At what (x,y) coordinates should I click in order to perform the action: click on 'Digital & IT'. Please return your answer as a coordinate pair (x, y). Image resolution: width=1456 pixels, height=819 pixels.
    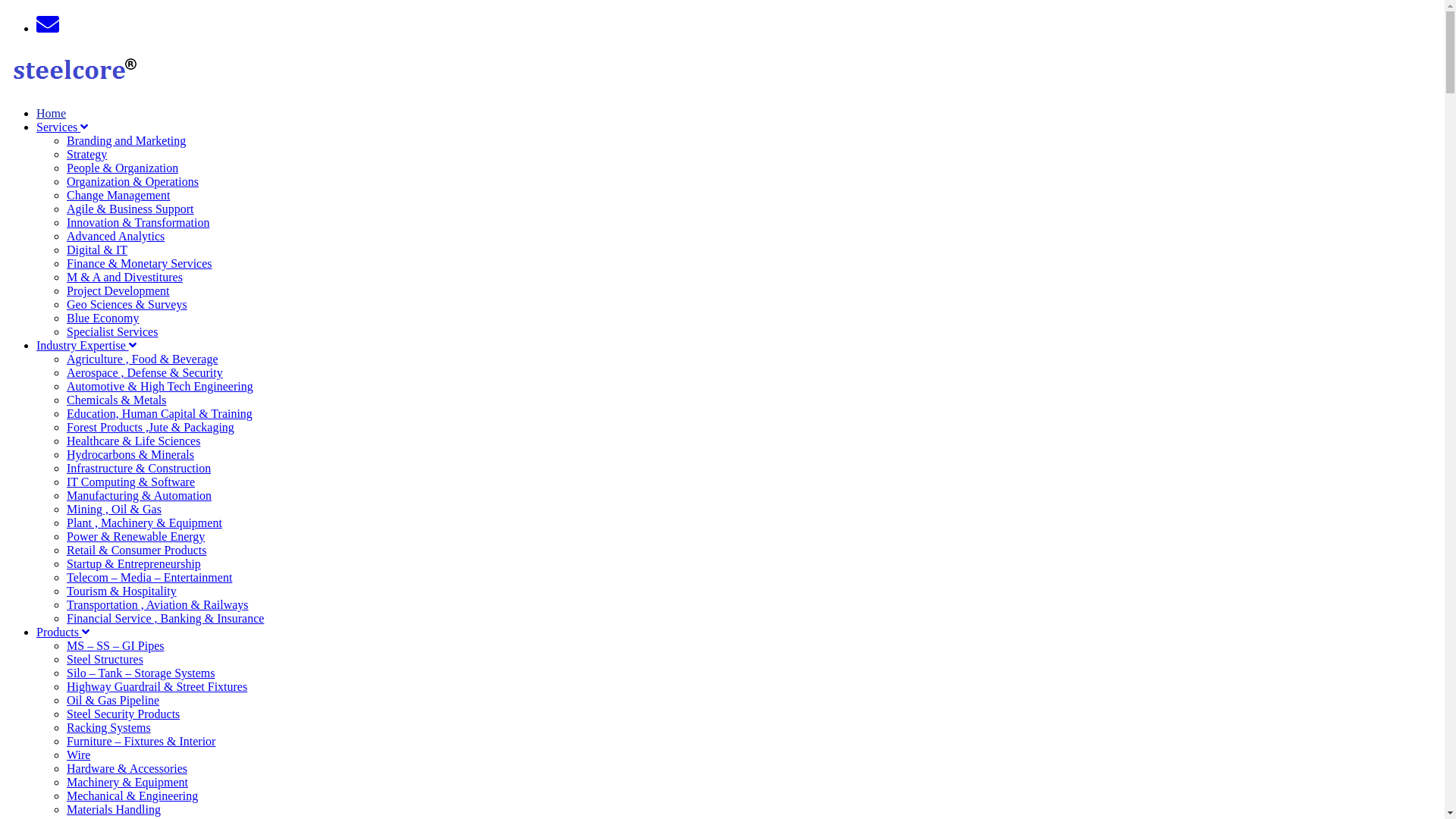
    Looking at the image, I should click on (96, 249).